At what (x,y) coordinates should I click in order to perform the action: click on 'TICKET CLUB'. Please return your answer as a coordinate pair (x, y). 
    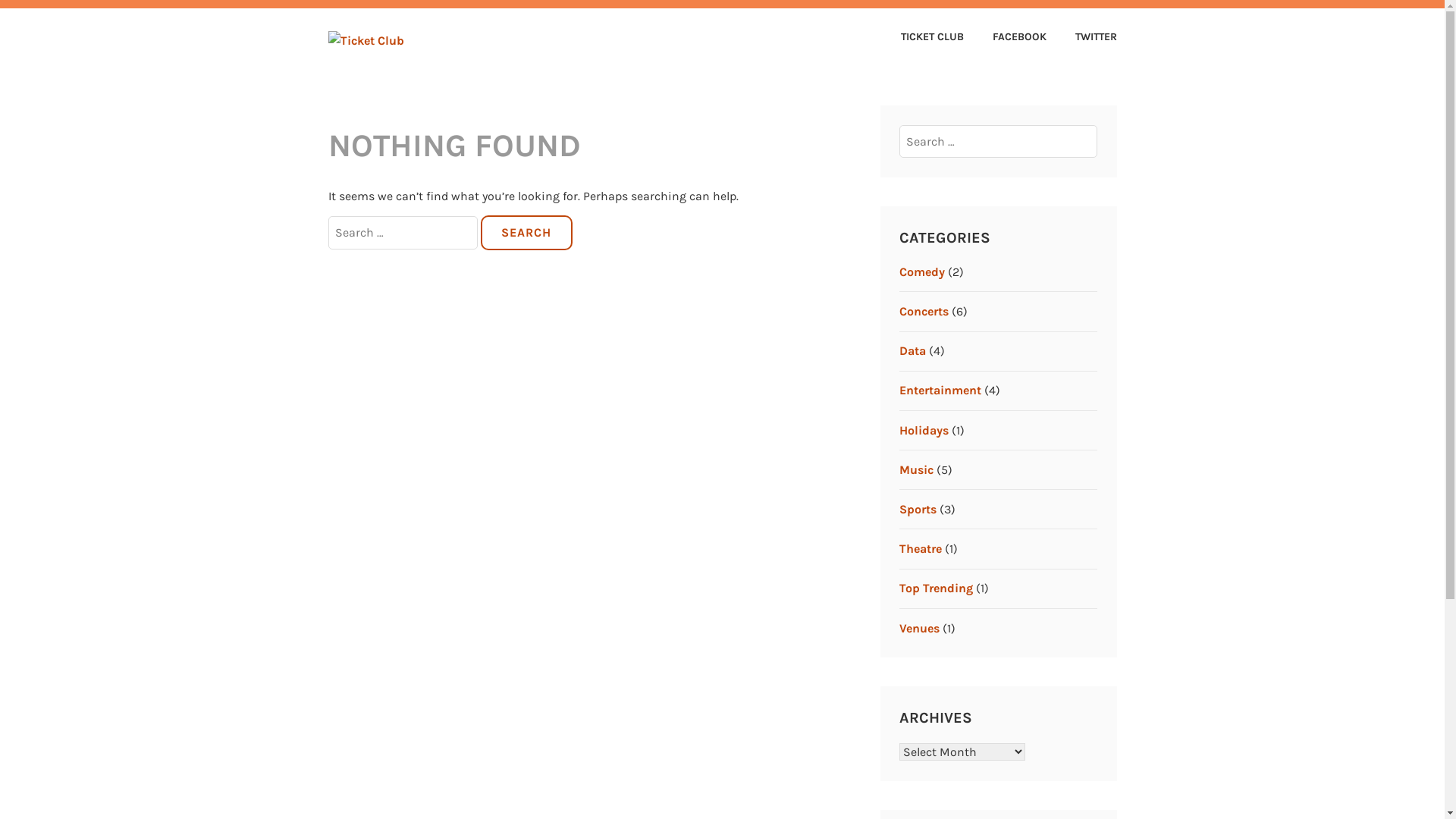
    Looking at the image, I should click on (508, 42).